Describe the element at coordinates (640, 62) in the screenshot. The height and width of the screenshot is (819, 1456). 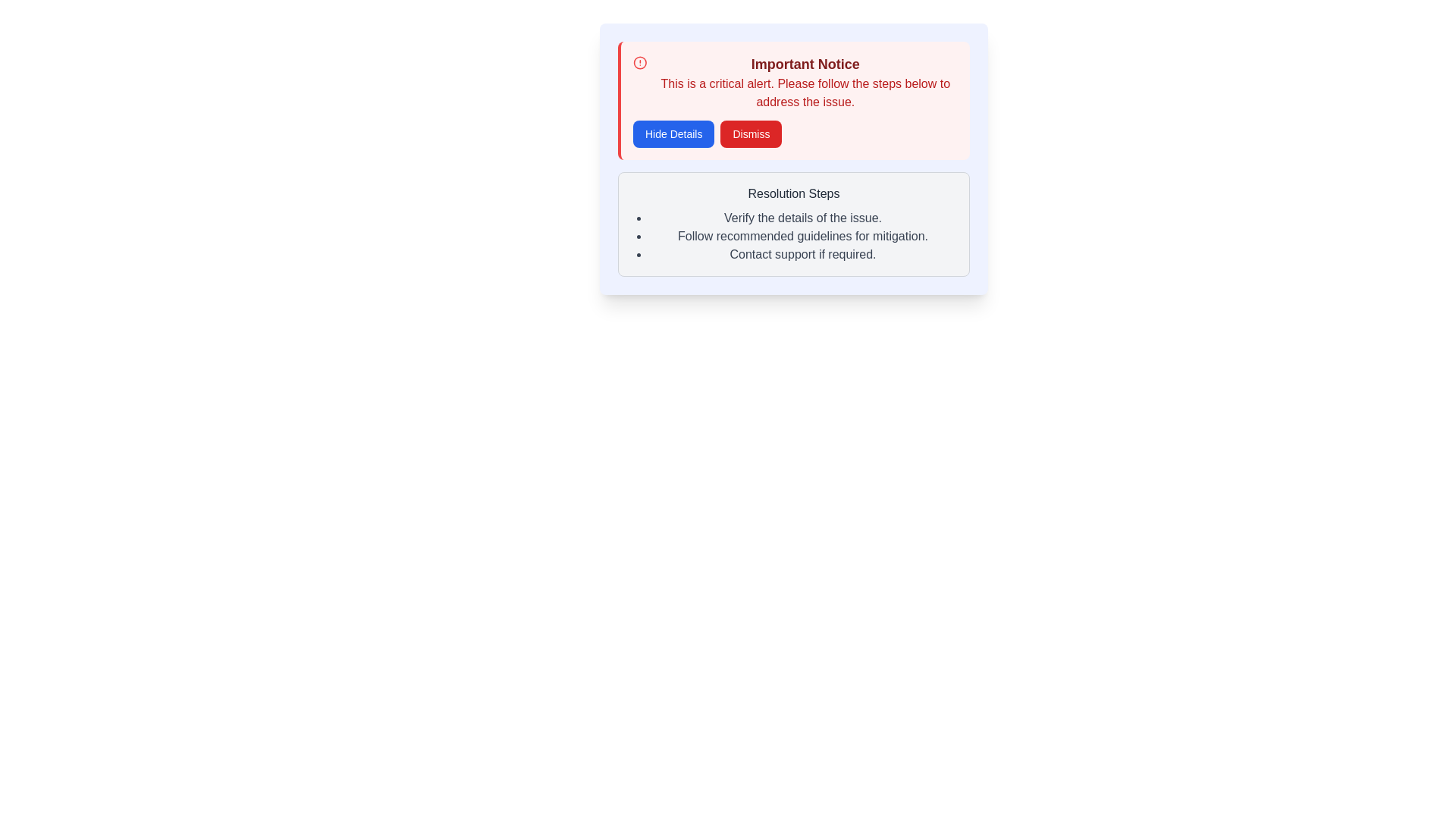
I see `the outermost stroke circle of the warning symbol, which serves as a visual component for the alert message` at that location.